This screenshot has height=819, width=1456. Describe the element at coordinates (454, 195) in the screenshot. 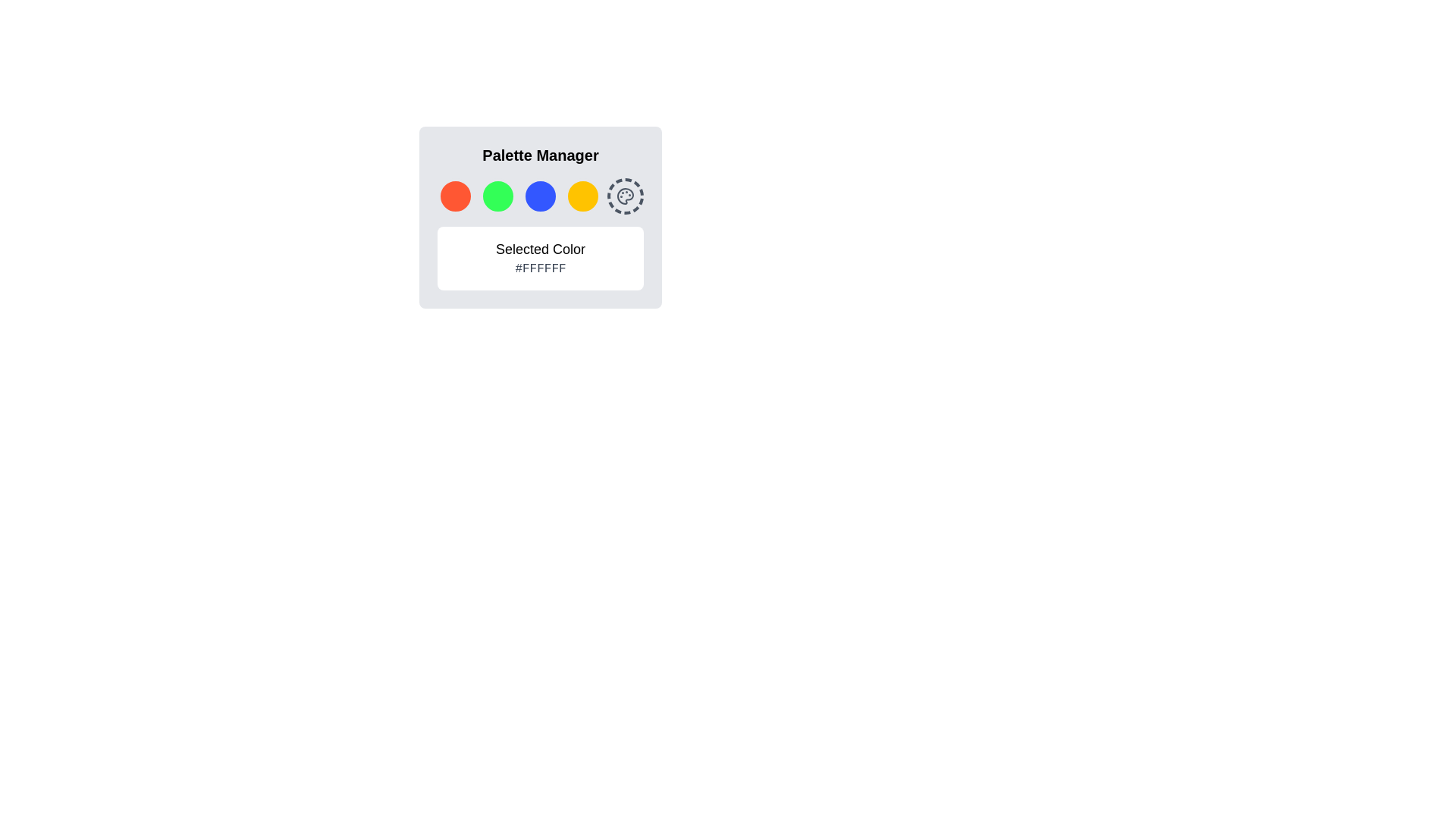

I see `the first red-orange circular button in the Palette Manager` at that location.